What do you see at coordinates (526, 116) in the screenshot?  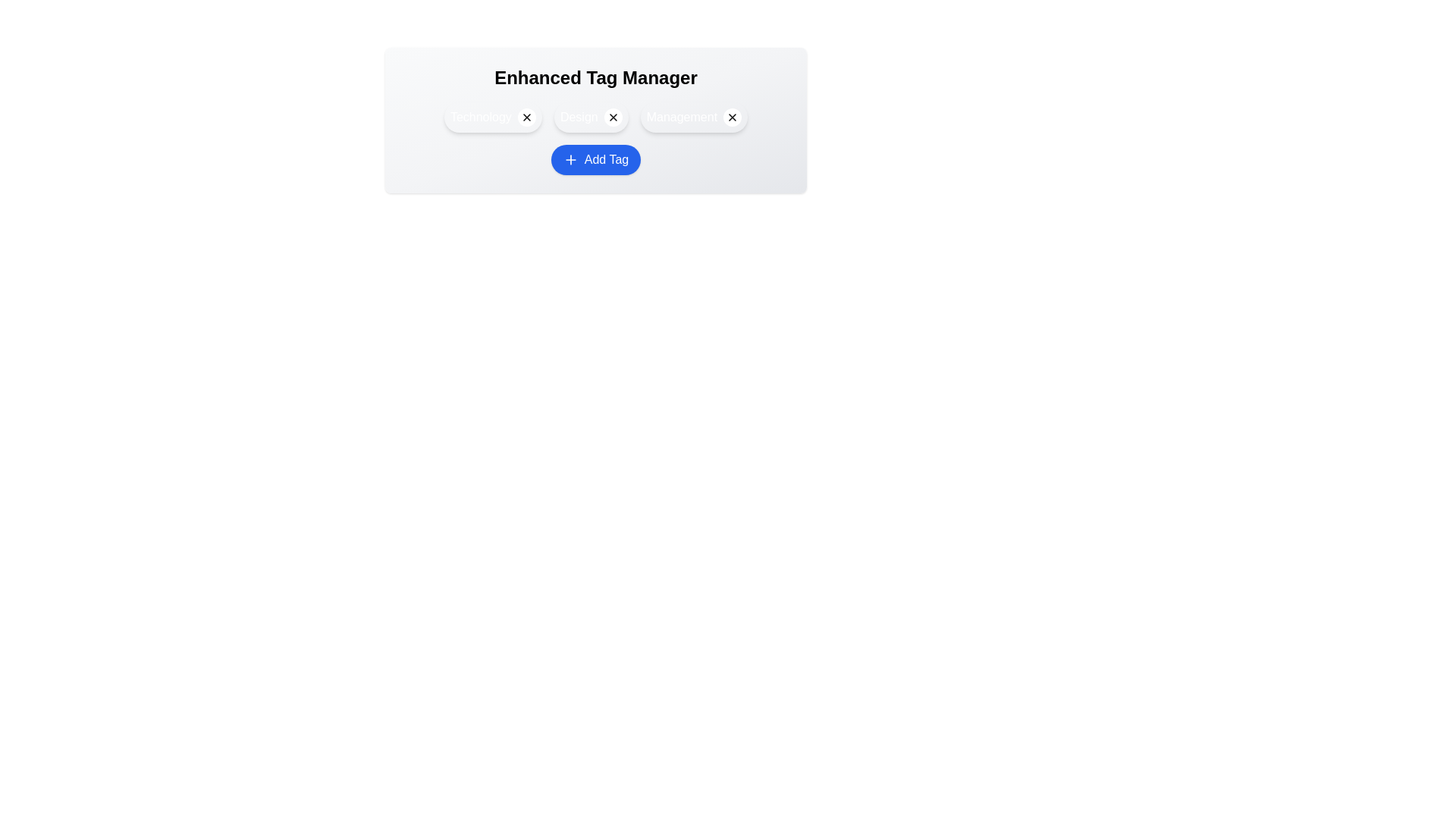 I see `close button of the tag labeled 'Technology' to remove it` at bounding box center [526, 116].